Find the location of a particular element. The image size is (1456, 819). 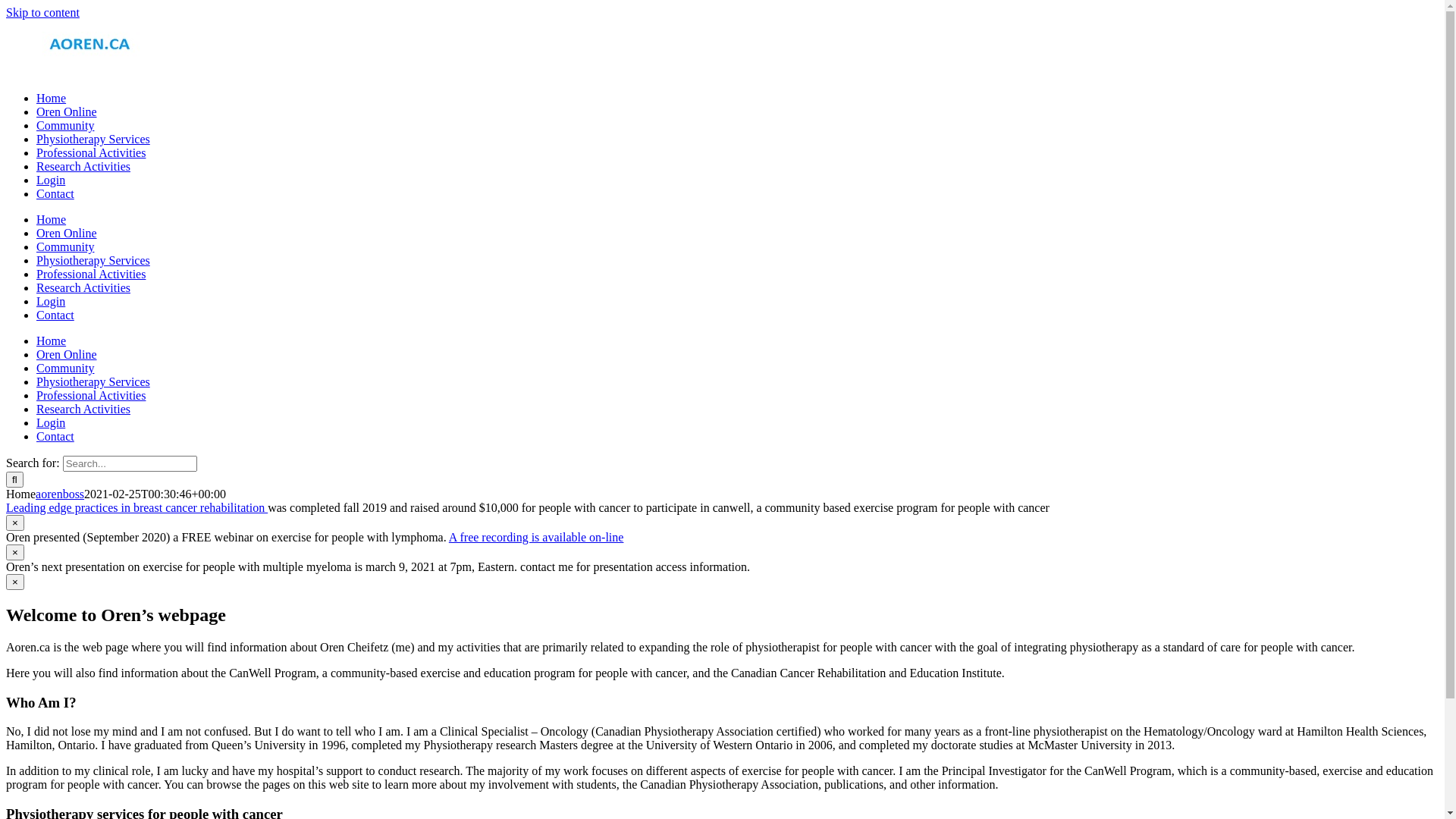

'Skip to content' is located at coordinates (42, 12).